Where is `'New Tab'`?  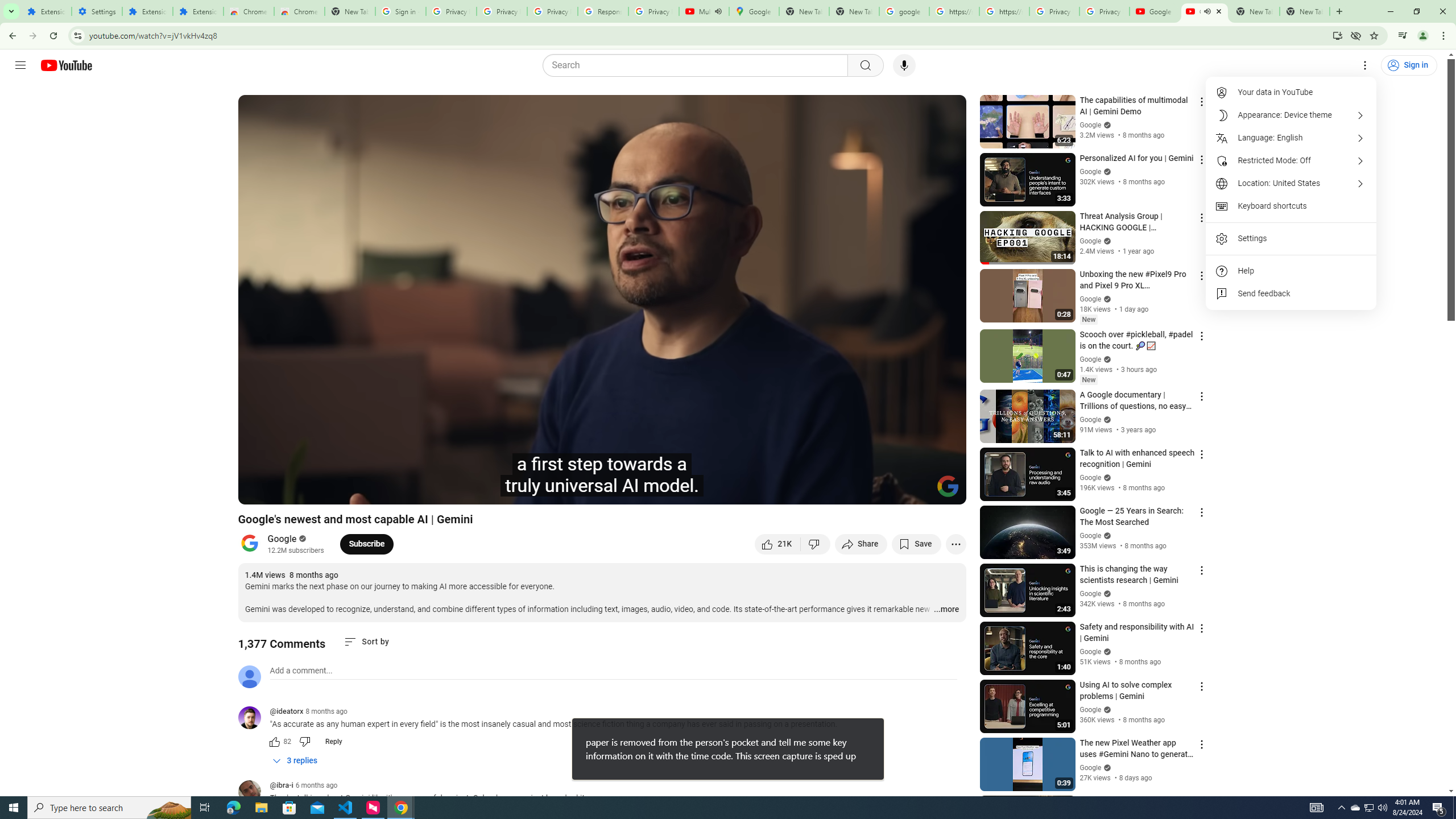
'New Tab' is located at coordinates (1304, 11).